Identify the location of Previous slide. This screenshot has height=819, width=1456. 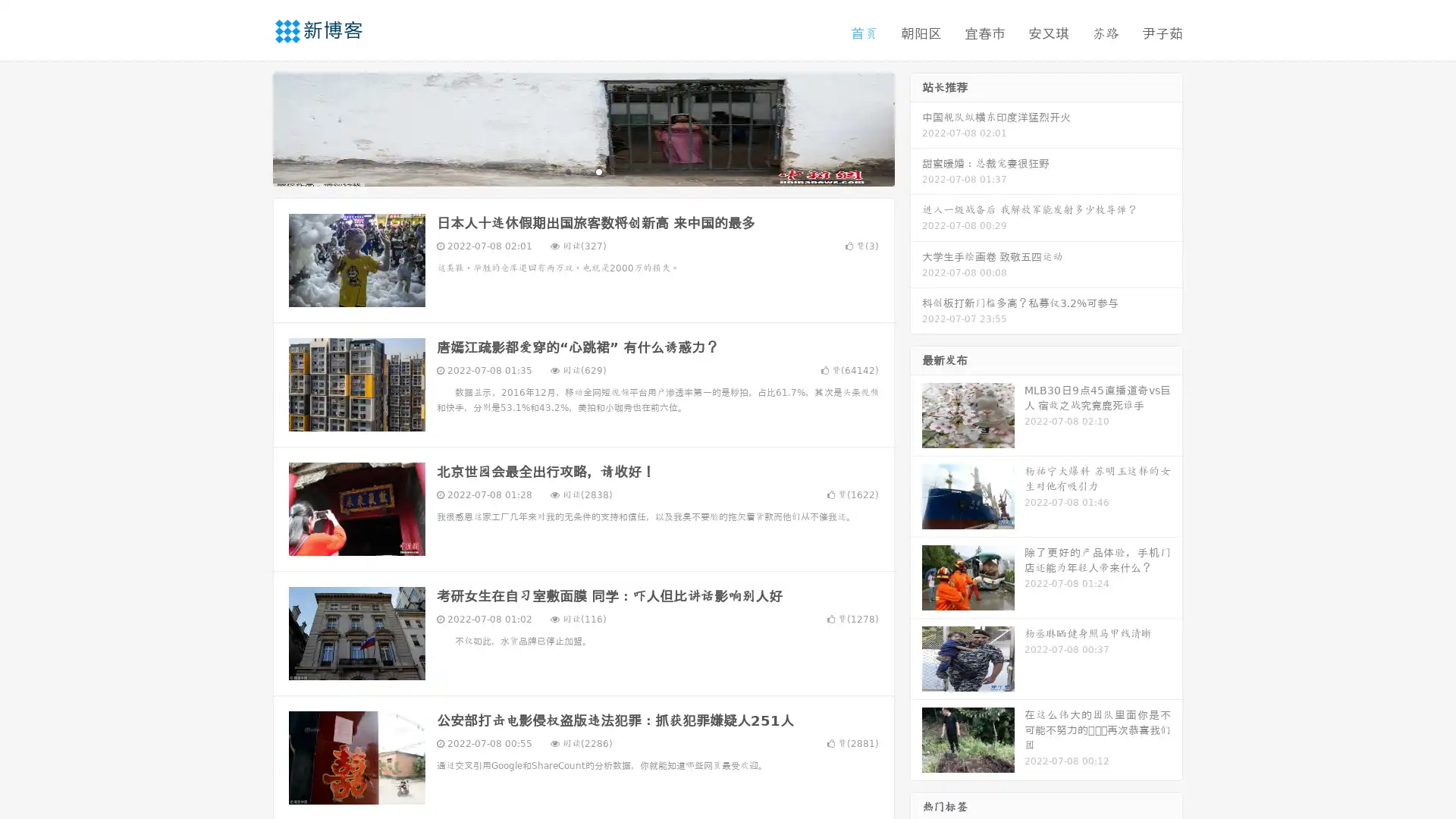
(250, 127).